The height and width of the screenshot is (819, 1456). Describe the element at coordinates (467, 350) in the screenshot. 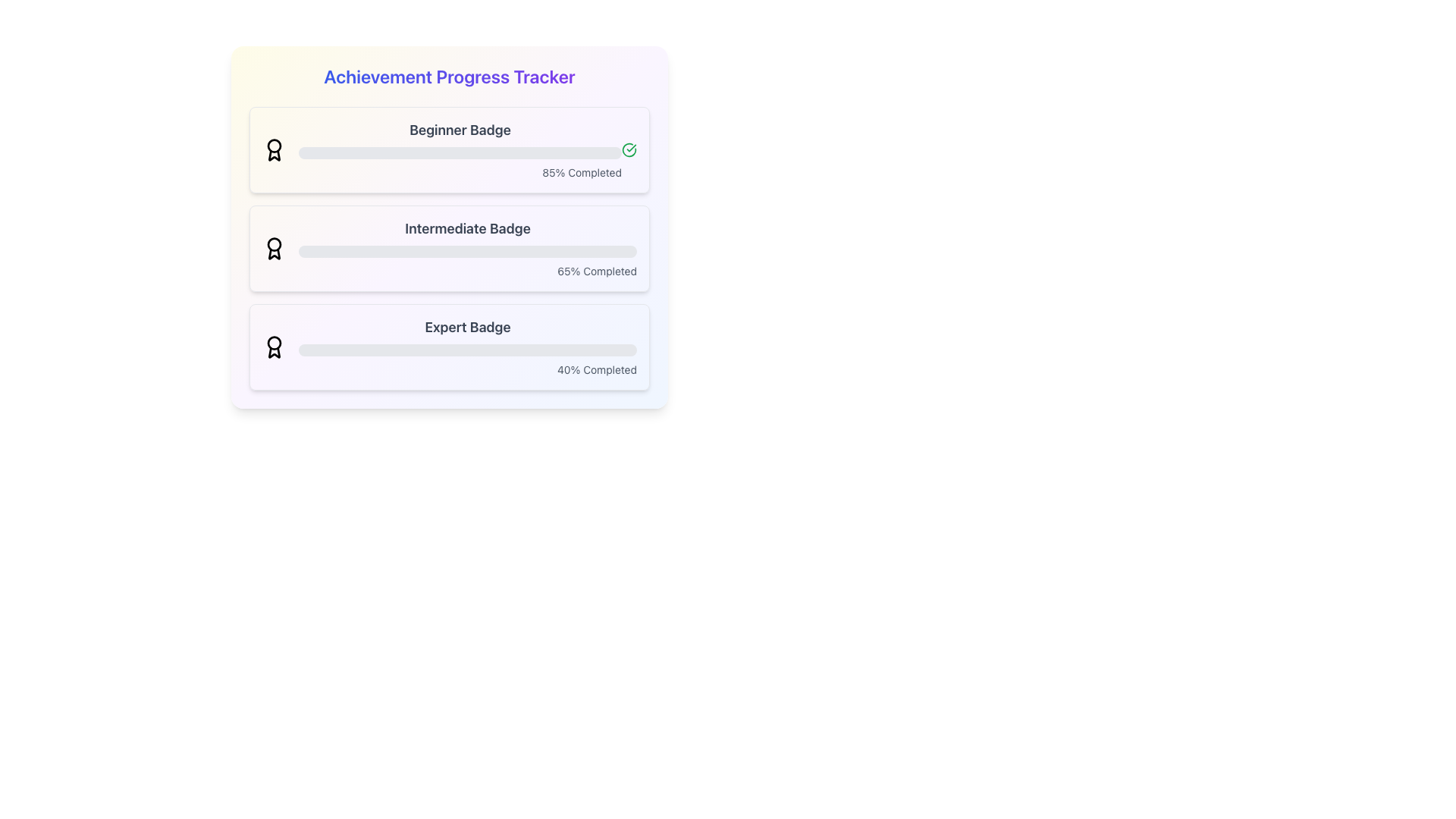

I see `the progress bar indicating the completion status of the 'Expert Badge' level, which shows 40% progress` at that location.